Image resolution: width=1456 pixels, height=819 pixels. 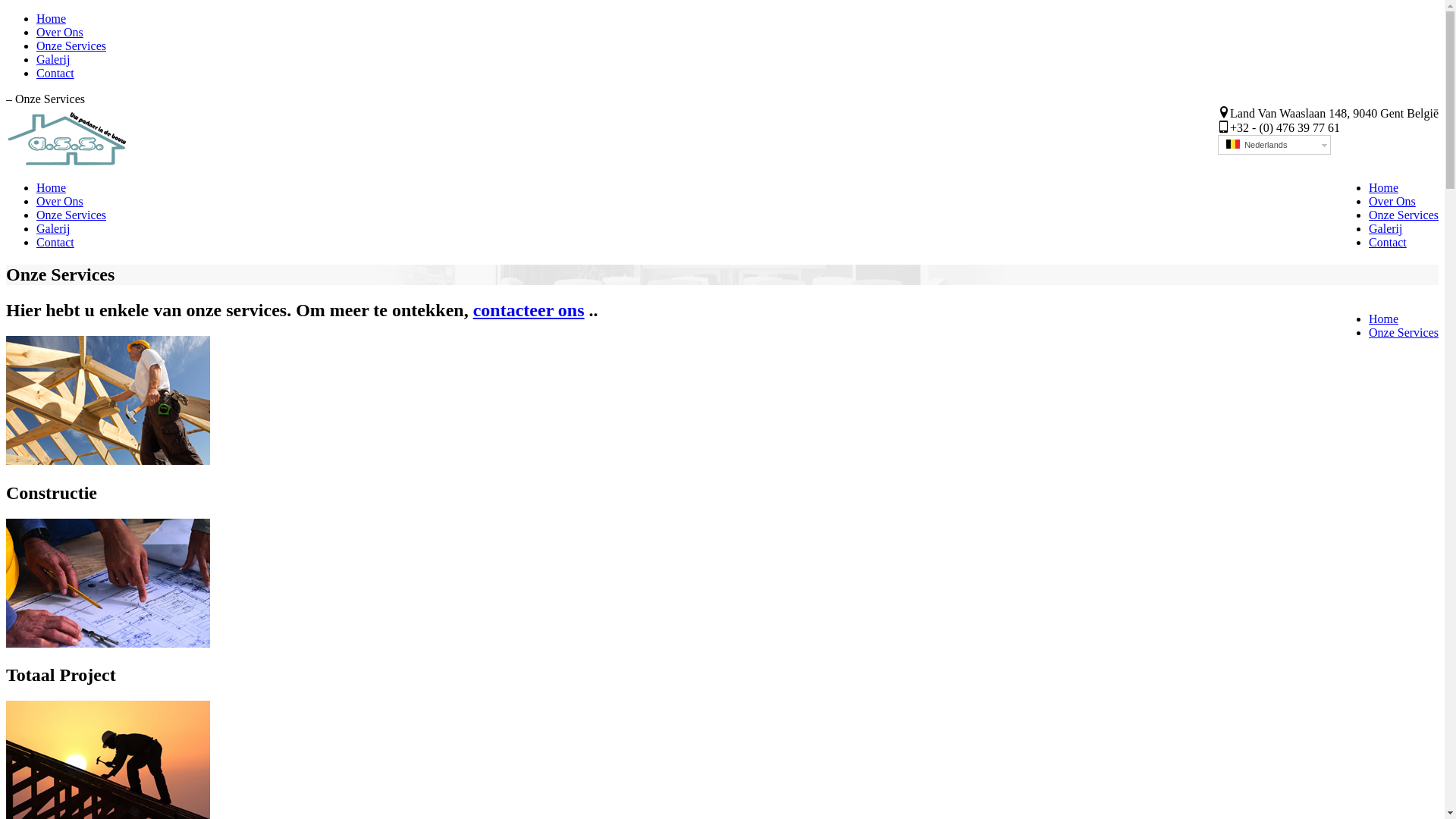 I want to click on 'Over Ons', so click(x=59, y=32).